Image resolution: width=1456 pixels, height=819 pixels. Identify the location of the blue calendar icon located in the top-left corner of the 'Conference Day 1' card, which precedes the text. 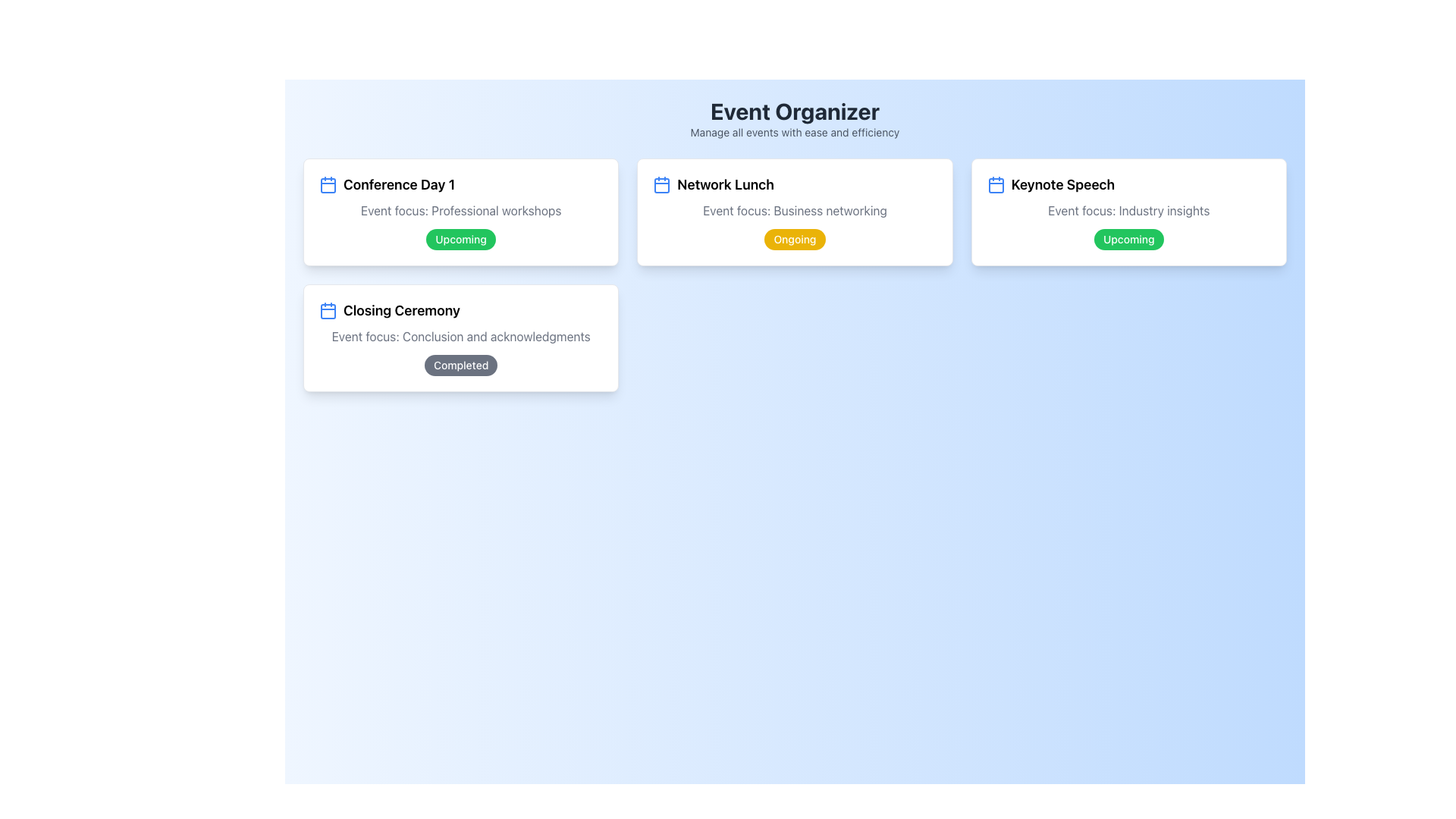
(327, 184).